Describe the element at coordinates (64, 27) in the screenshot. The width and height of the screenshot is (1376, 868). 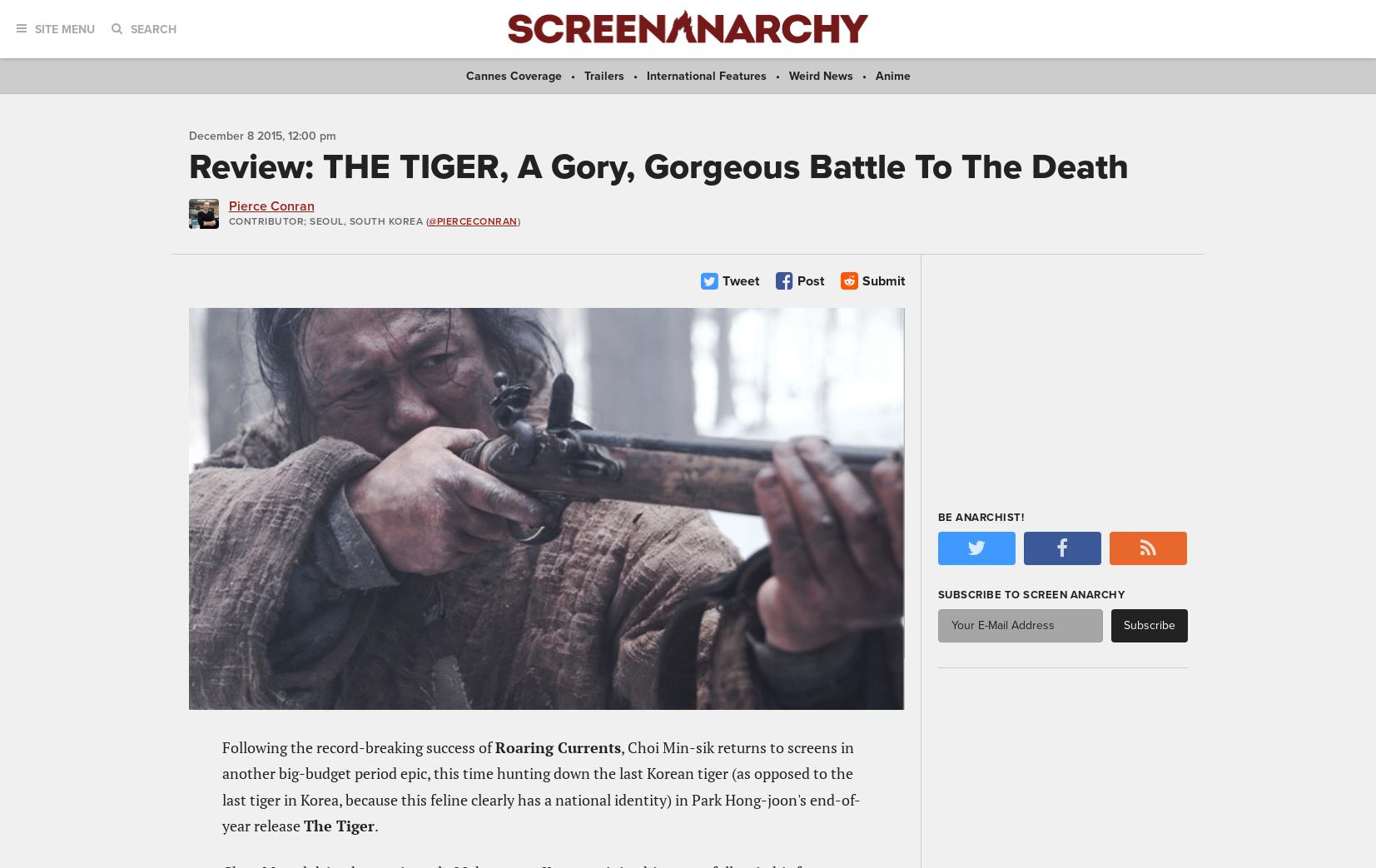
I see `'Site Menu'` at that location.